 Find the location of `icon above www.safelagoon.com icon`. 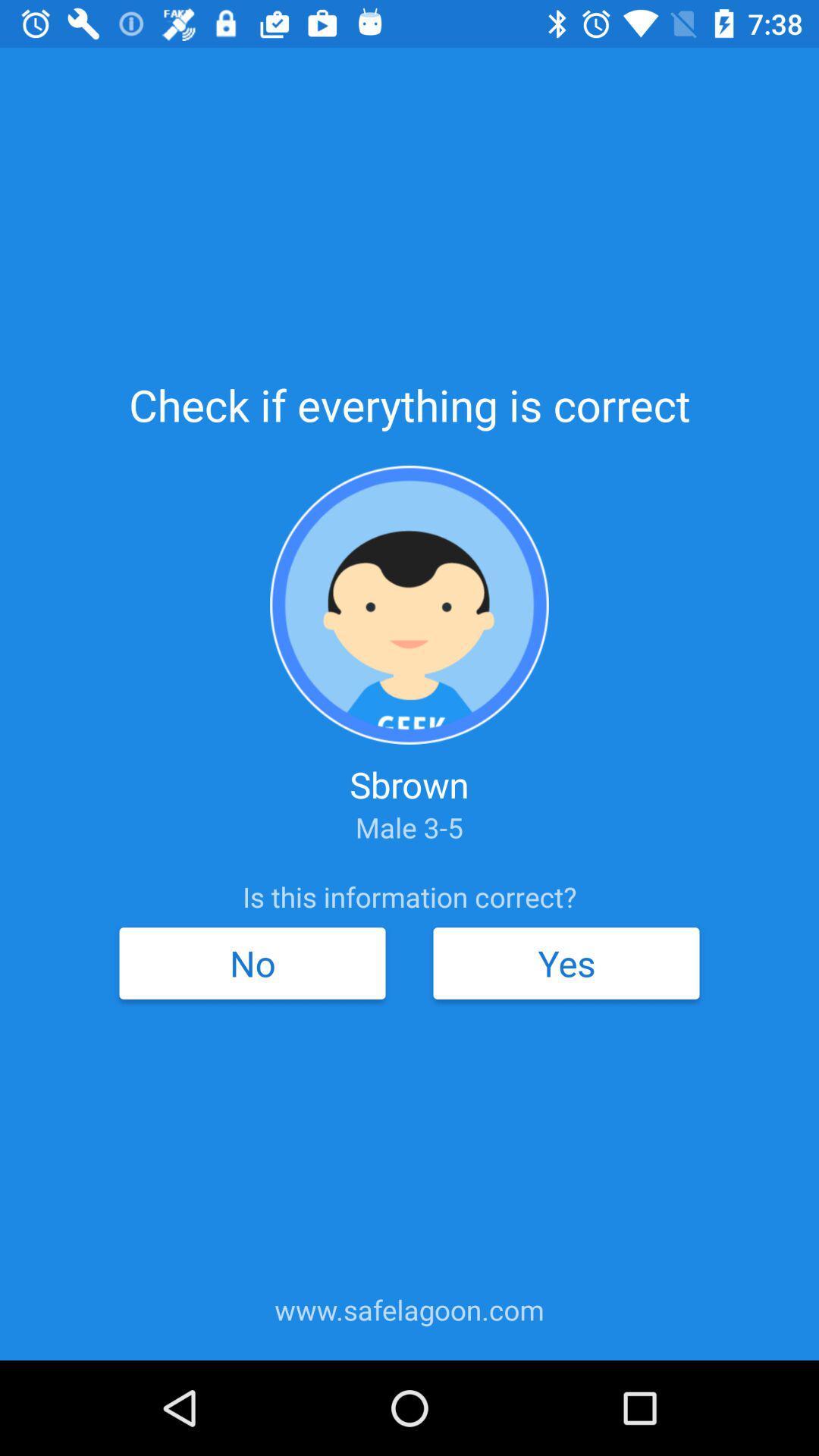

icon above www.safelagoon.com icon is located at coordinates (566, 962).